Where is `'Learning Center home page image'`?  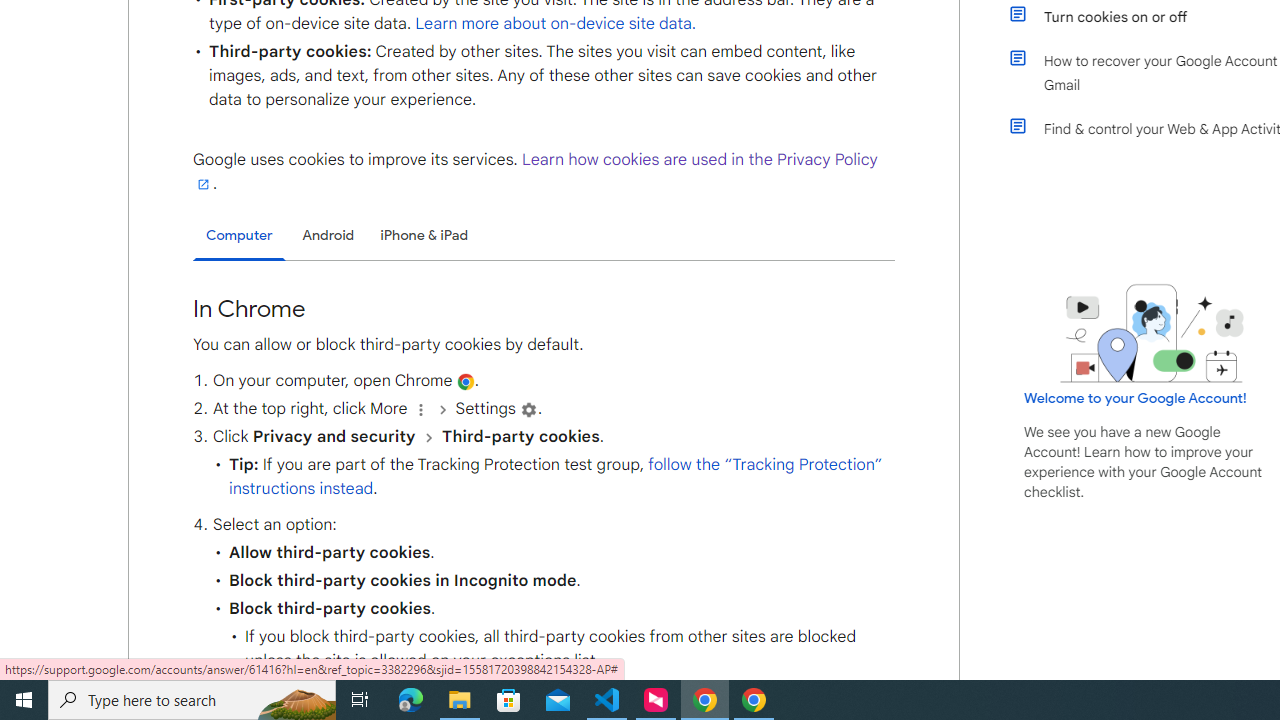 'Learning Center home page image' is located at coordinates (1152, 332).